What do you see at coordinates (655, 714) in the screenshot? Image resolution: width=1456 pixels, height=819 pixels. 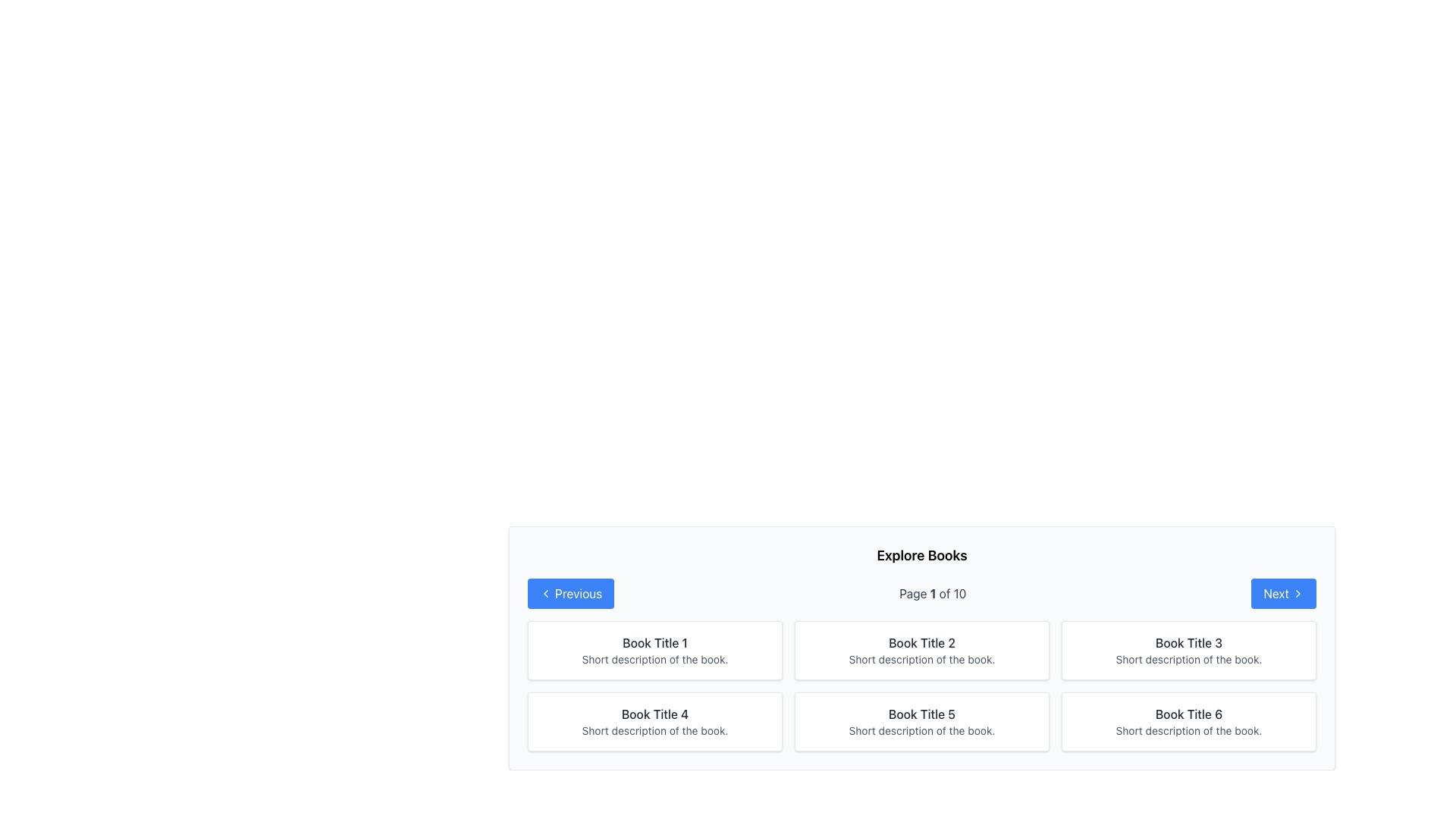 I see `text 'Book Title 4' displayed in a bold, dark gray font at the upper part of the card` at bounding box center [655, 714].